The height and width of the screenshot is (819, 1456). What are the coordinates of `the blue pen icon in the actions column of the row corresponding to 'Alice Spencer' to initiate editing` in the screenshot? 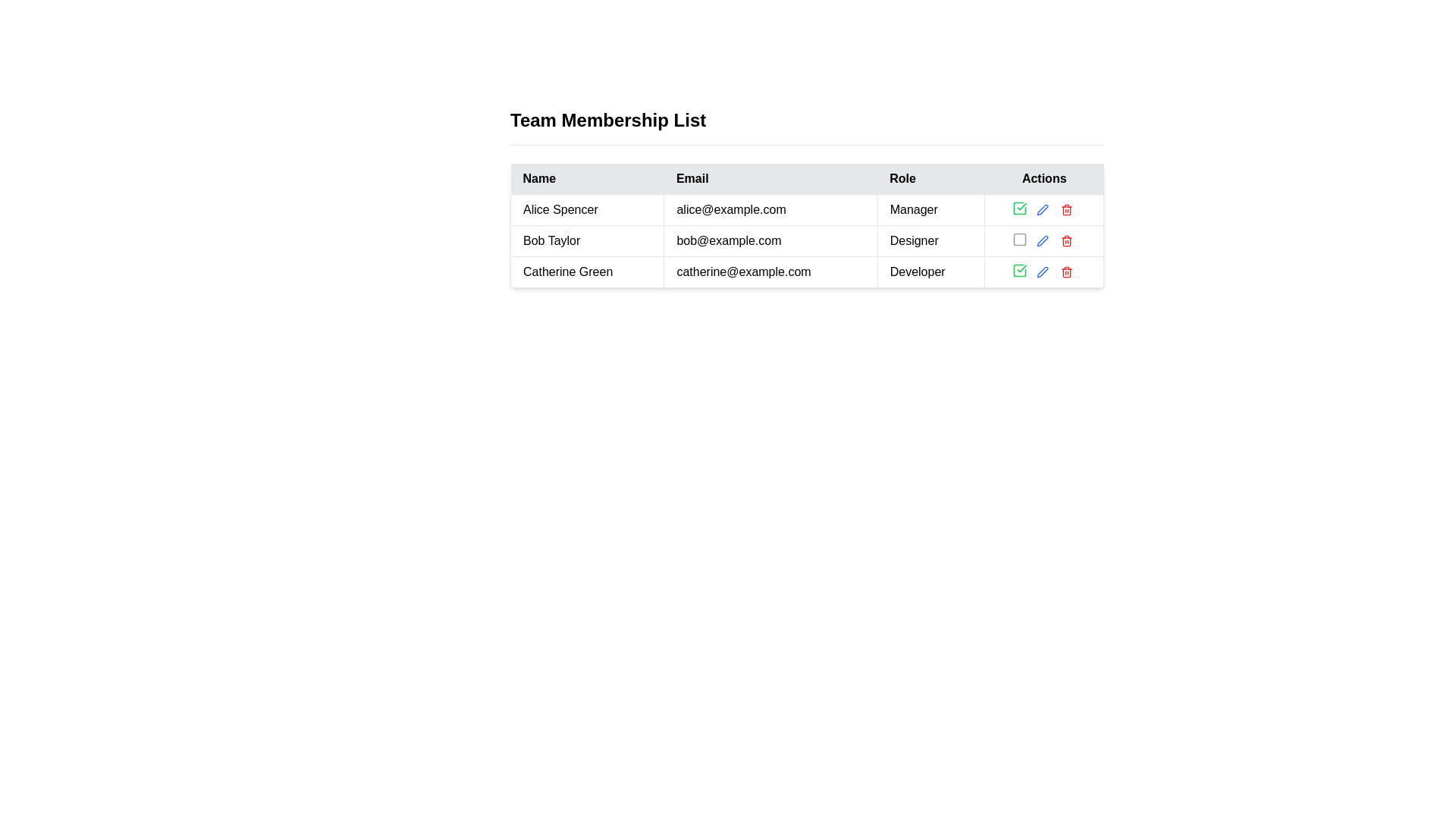 It's located at (1043, 210).